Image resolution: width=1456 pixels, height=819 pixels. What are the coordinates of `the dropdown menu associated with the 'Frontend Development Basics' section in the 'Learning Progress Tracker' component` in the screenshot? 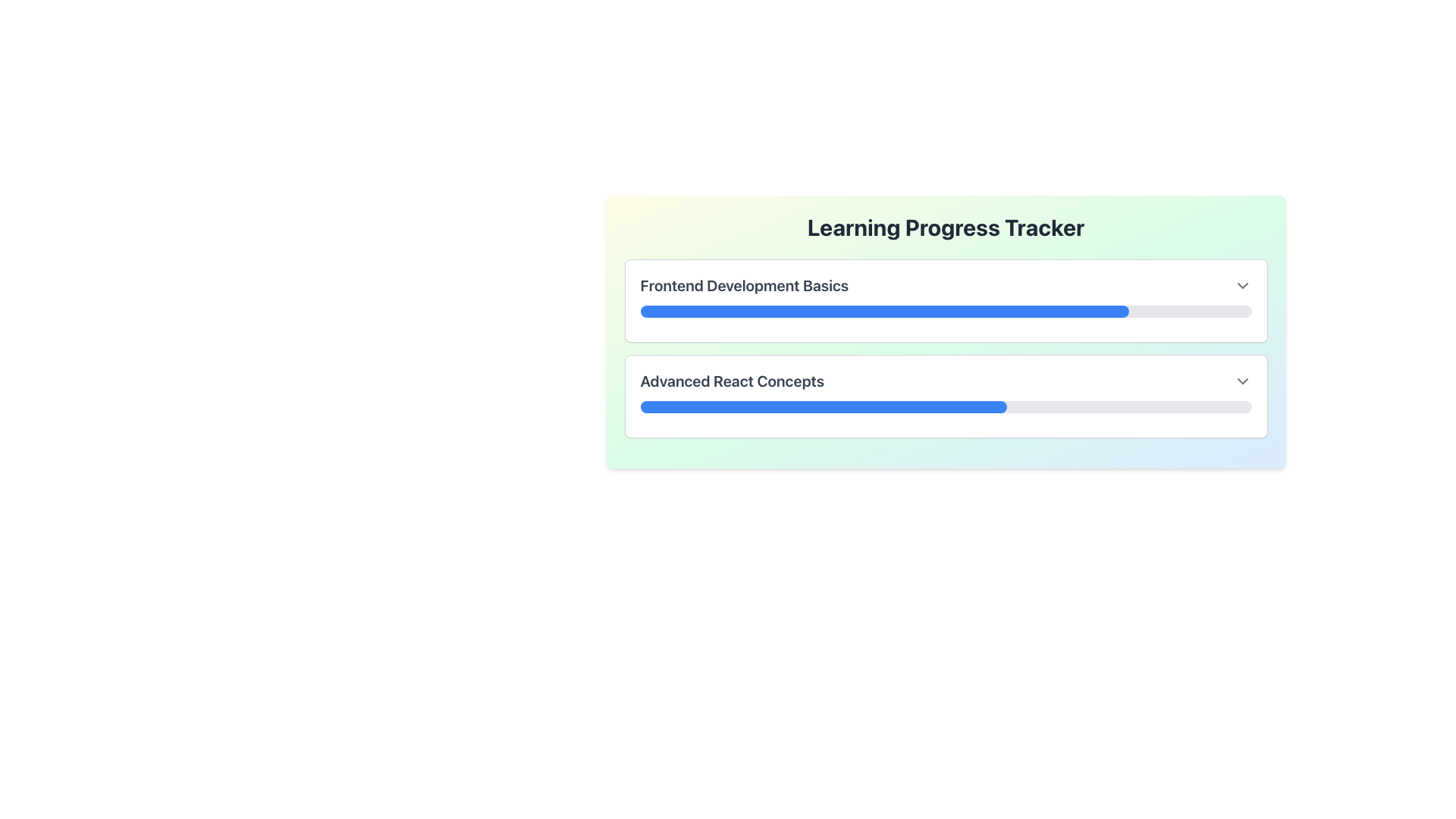 It's located at (945, 331).